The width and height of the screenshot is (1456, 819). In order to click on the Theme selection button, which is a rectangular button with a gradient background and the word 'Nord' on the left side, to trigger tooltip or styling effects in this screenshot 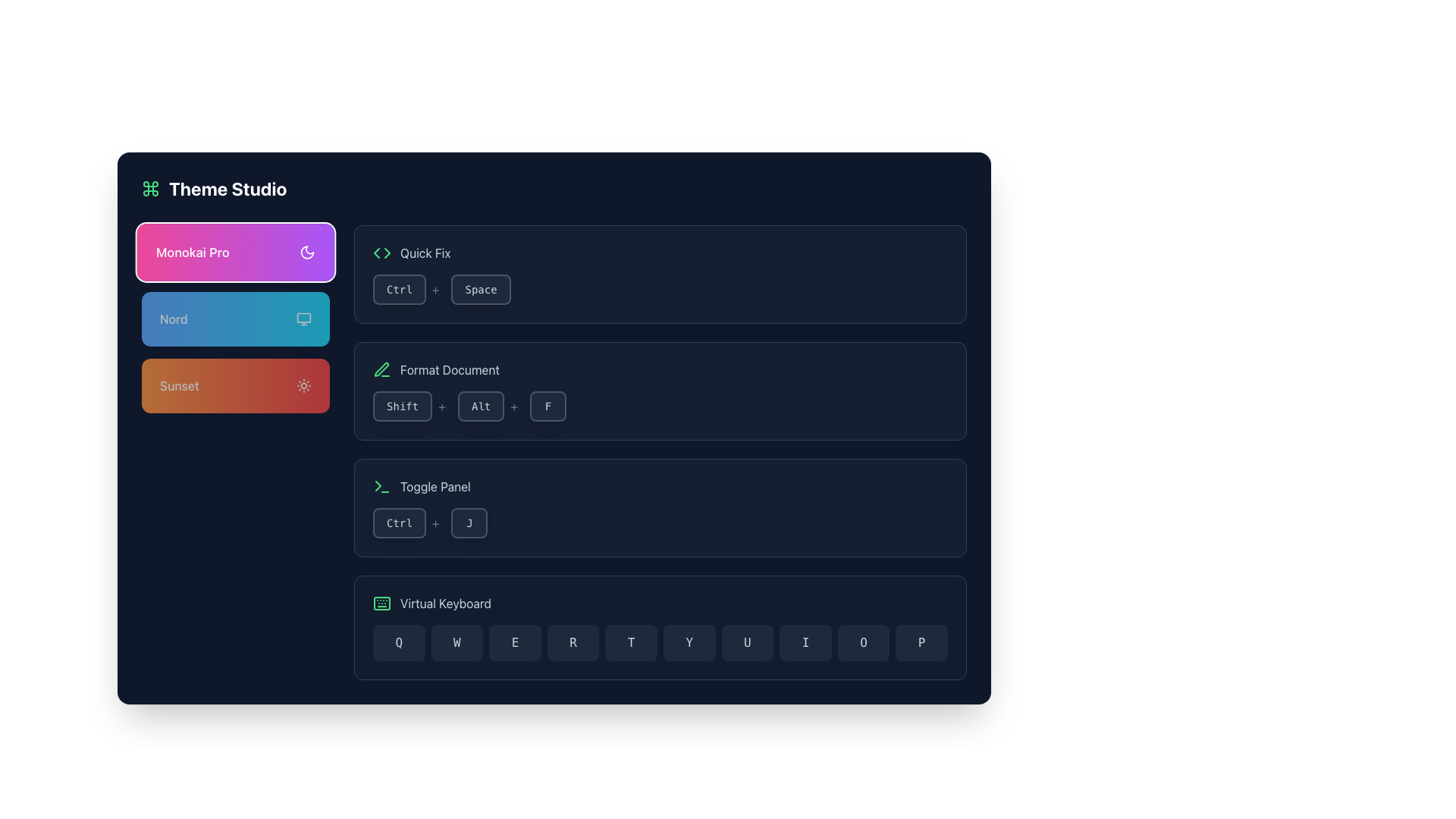, I will do `click(235, 318)`.